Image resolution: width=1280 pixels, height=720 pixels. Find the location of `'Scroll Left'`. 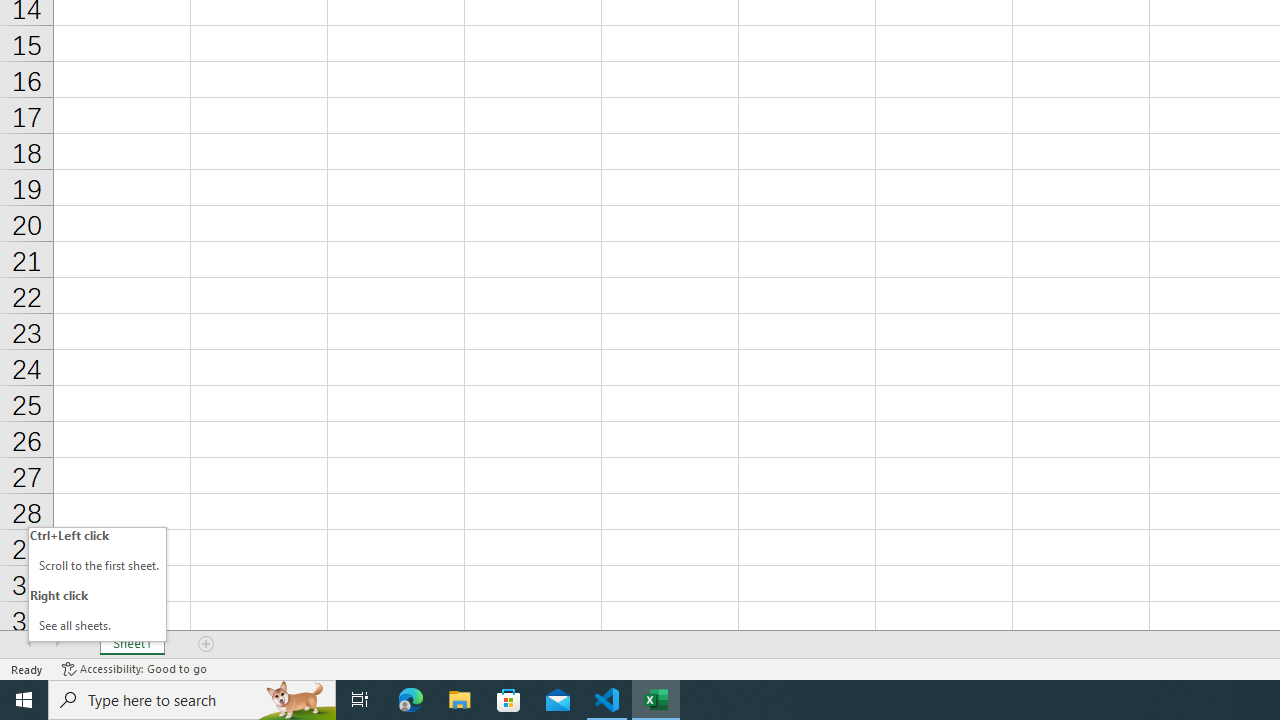

'Scroll Left' is located at coordinates (29, 644).